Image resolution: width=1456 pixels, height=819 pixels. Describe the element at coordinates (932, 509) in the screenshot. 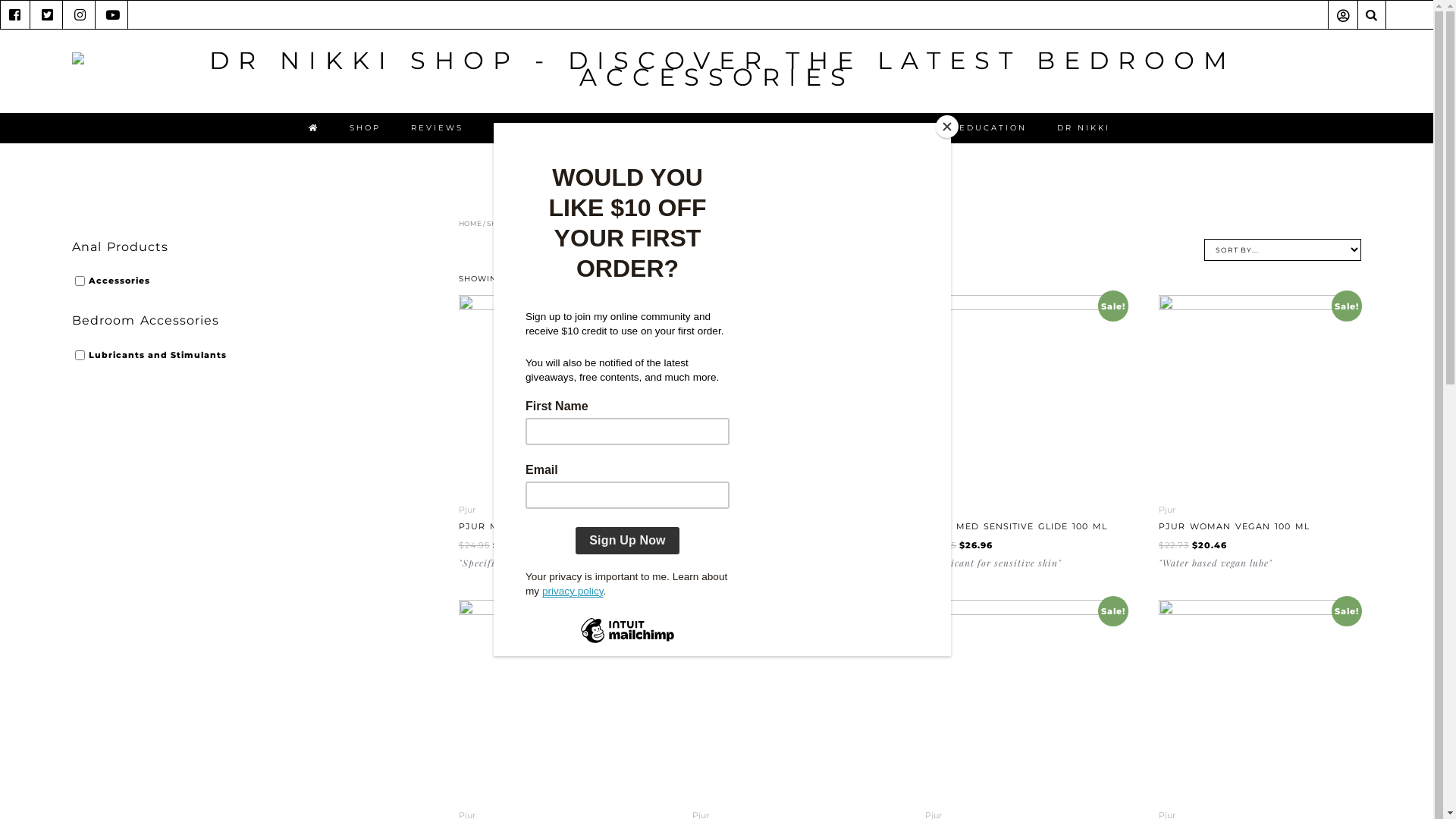

I see `'Pjur'` at that location.